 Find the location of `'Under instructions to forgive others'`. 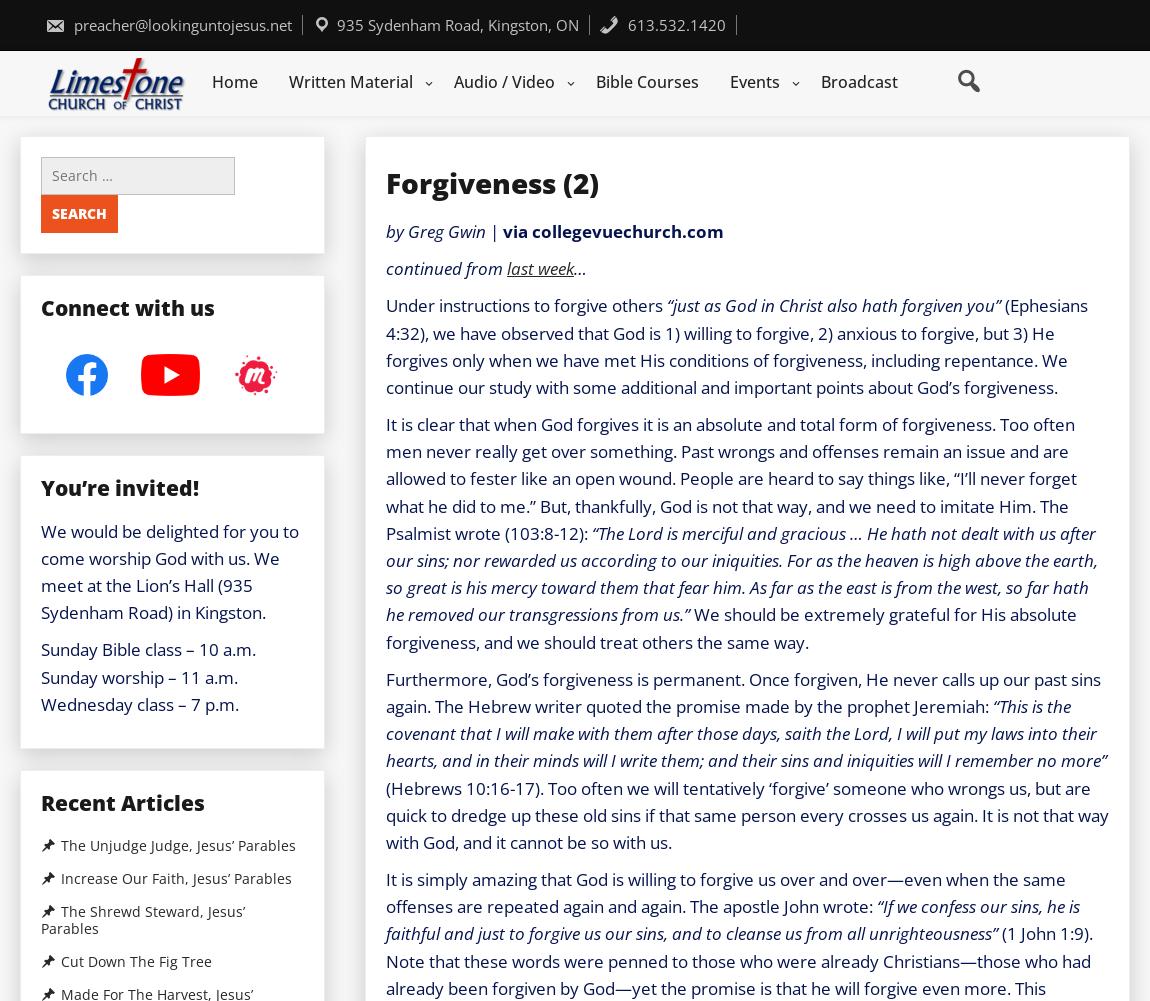

'Under instructions to forgive others' is located at coordinates (526, 305).